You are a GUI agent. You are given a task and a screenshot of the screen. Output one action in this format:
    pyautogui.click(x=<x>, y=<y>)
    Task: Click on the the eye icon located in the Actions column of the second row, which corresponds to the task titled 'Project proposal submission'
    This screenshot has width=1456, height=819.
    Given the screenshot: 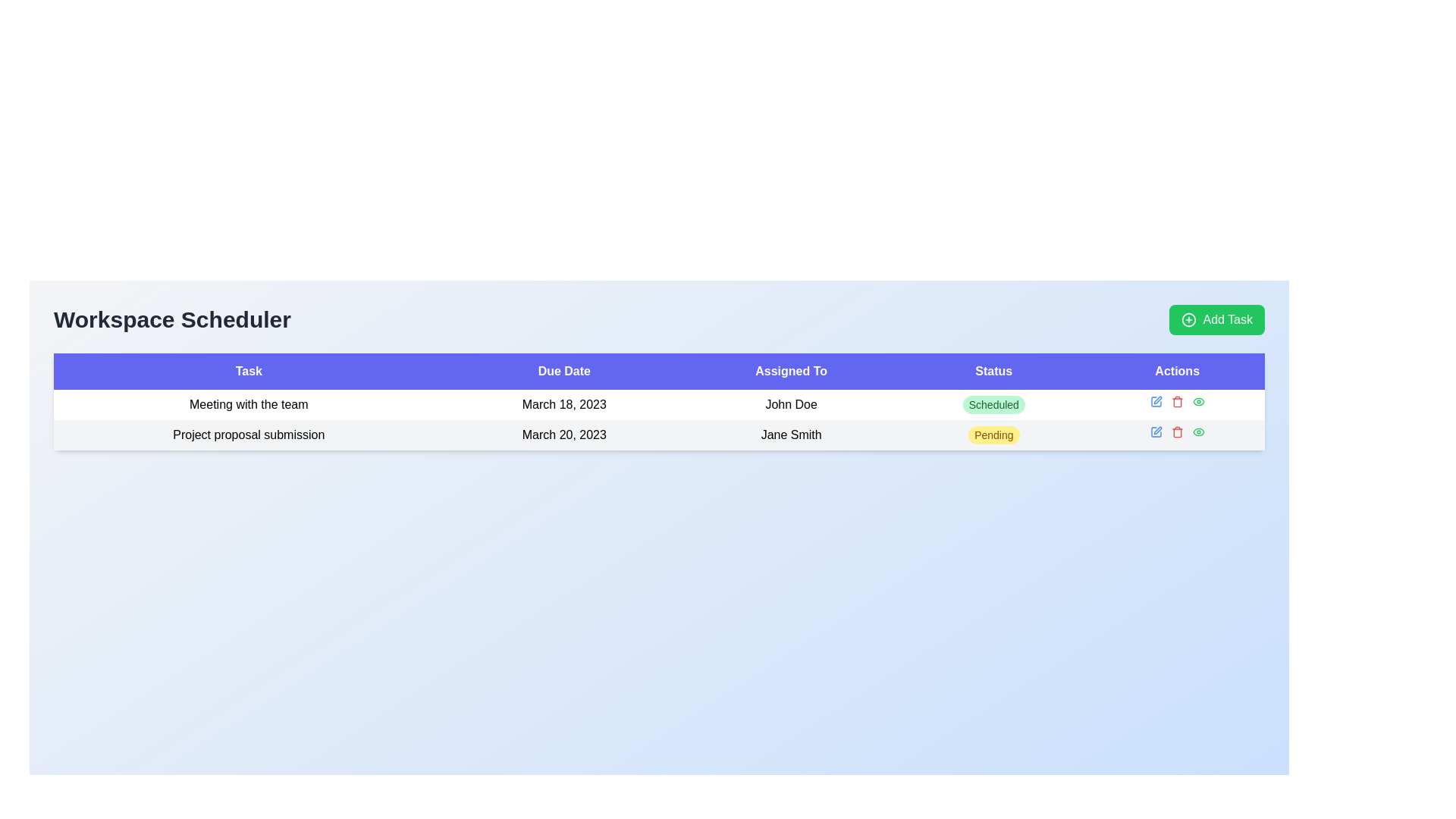 What is the action you would take?
    pyautogui.click(x=1197, y=400)
    